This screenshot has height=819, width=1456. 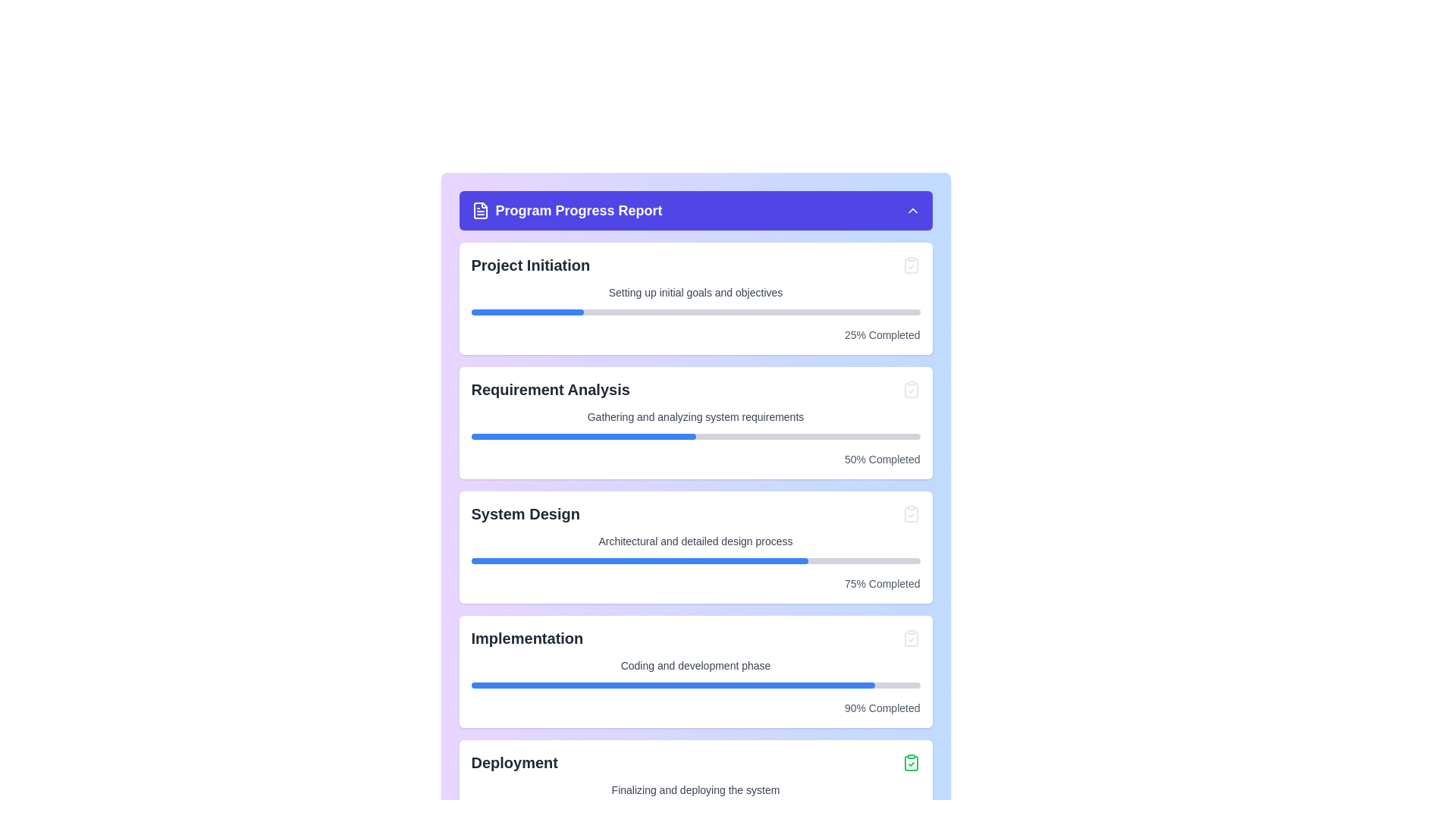 What do you see at coordinates (695, 312) in the screenshot?
I see `the progress bar representing the completion percentage for the 'Project Initiation' task, located below the 'Setting up initial goals and objectives' text` at bounding box center [695, 312].